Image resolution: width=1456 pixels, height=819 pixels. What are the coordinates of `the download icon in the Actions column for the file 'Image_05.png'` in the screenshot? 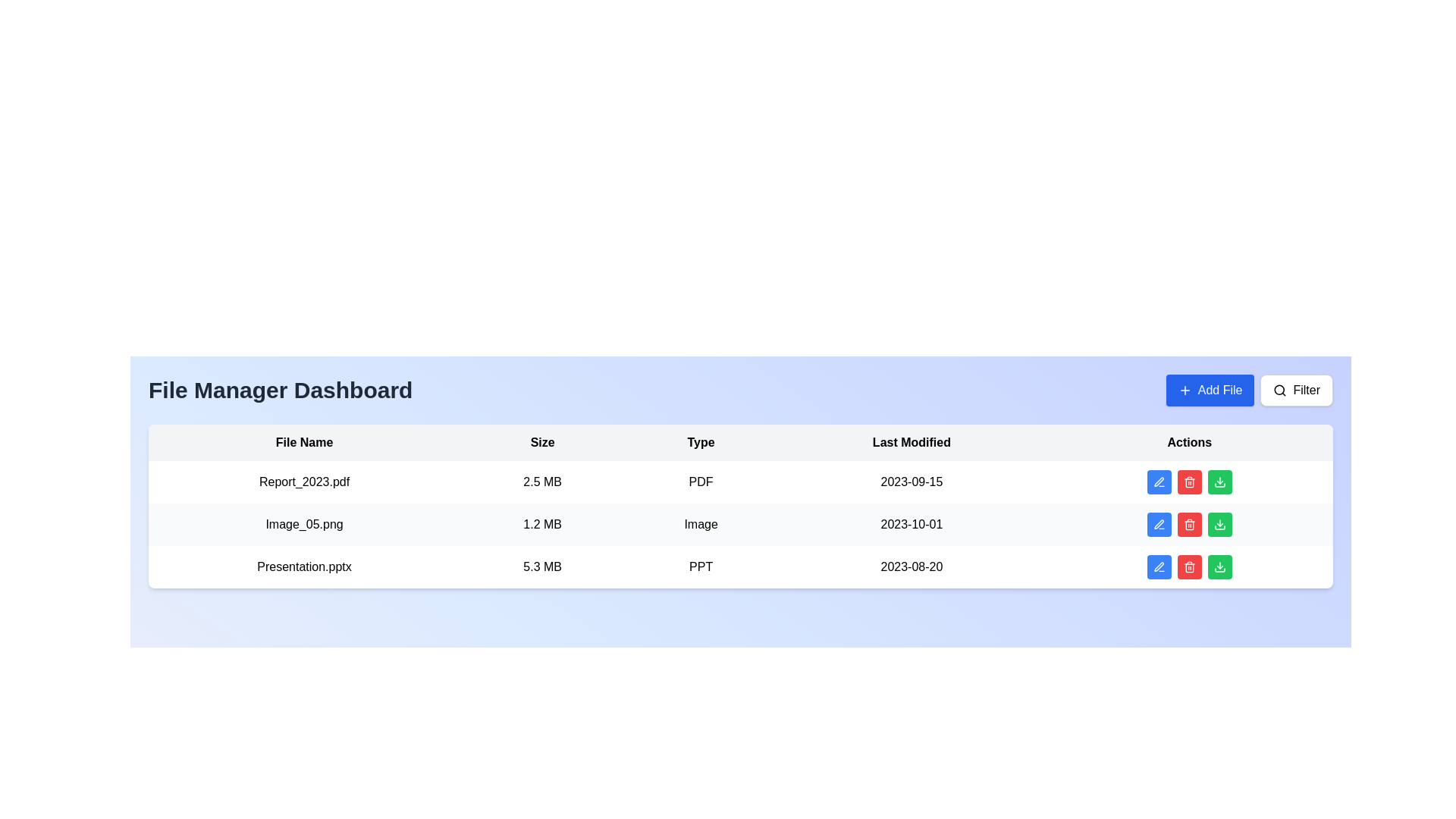 It's located at (1219, 523).